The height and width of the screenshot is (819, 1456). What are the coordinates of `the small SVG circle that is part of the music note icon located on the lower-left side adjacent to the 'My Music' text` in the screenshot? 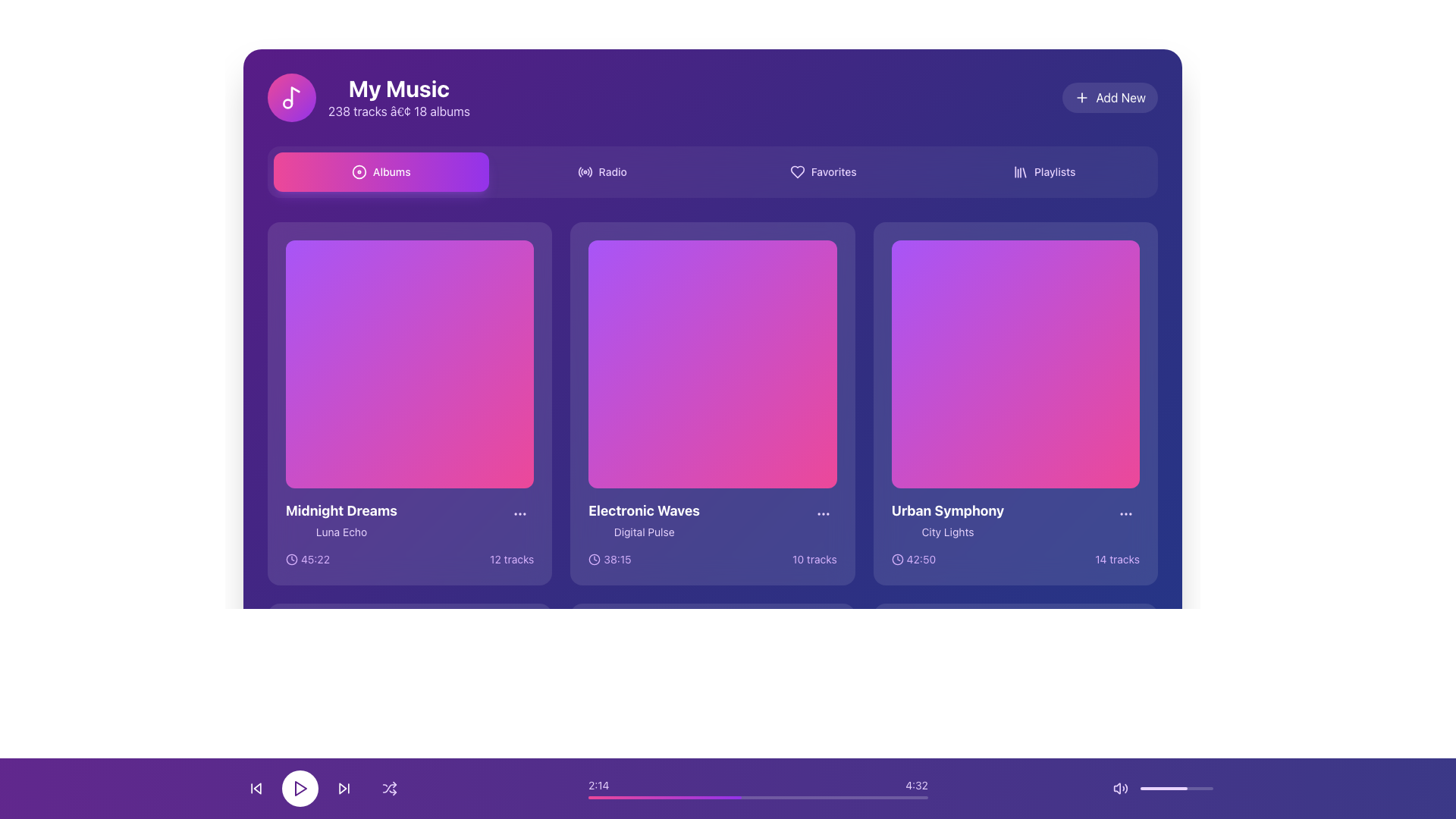 It's located at (287, 103).